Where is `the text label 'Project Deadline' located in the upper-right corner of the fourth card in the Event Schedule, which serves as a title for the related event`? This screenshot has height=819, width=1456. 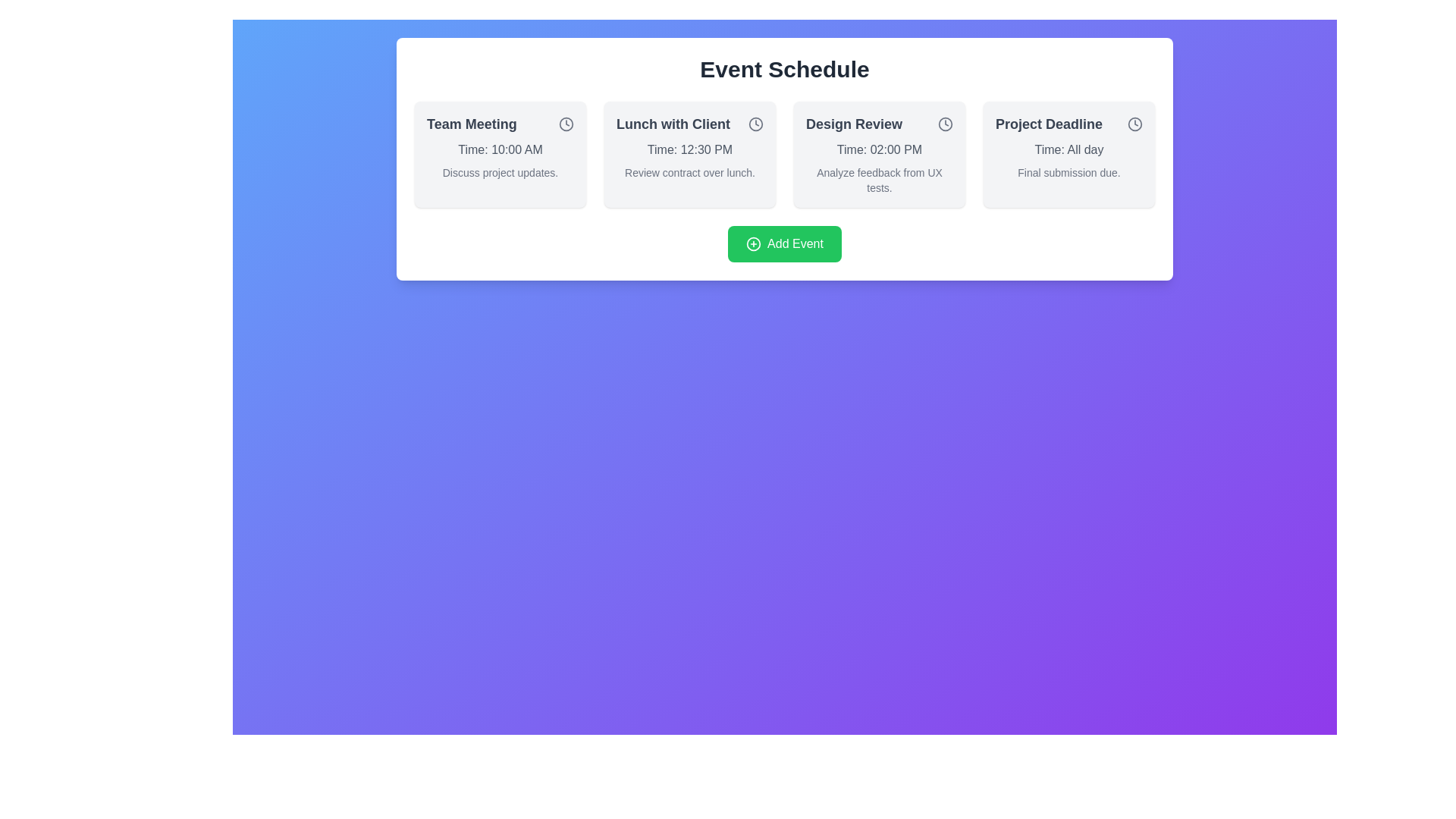
the text label 'Project Deadline' located in the upper-right corner of the fourth card in the Event Schedule, which serves as a title for the related event is located at coordinates (1048, 124).